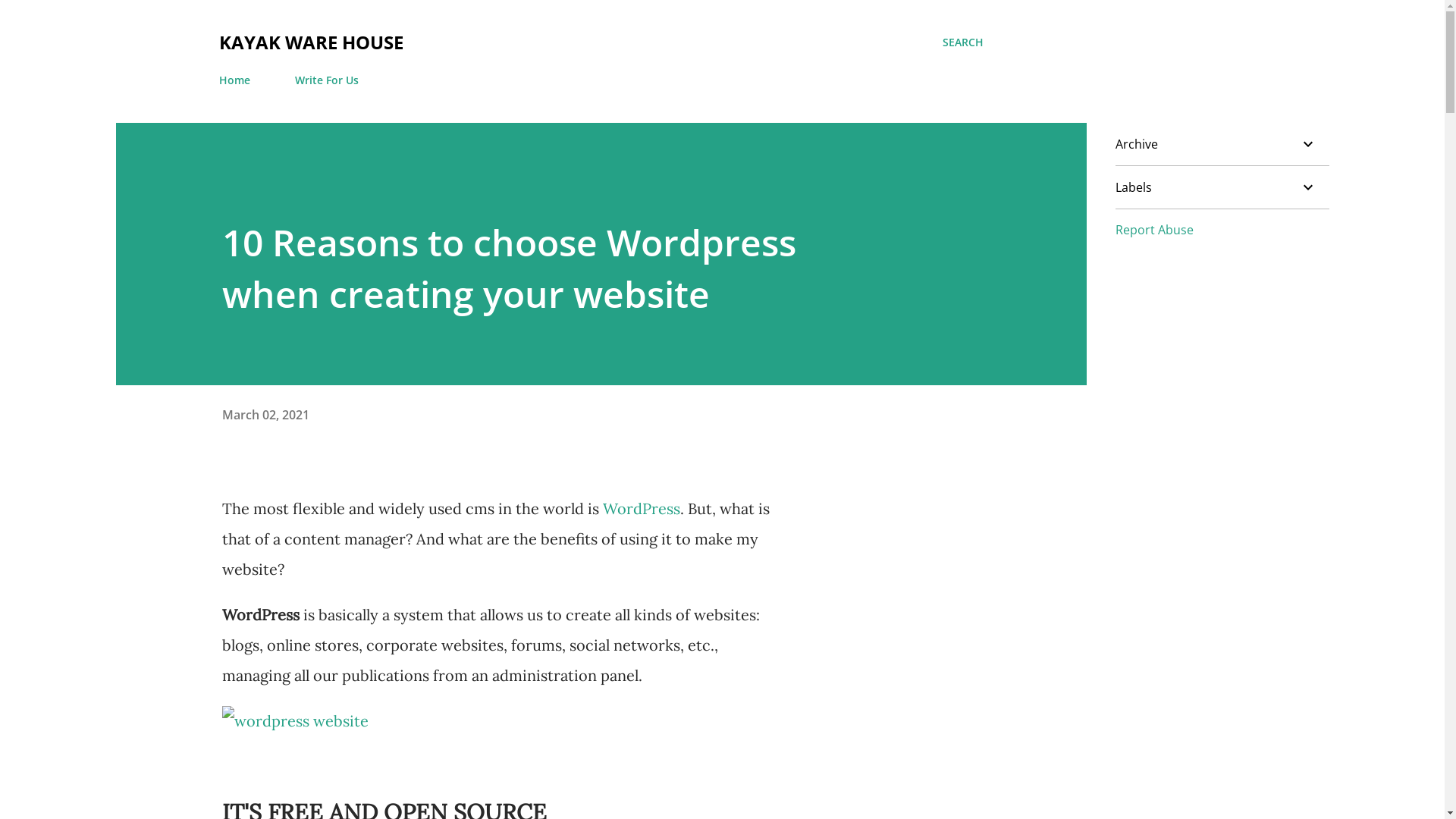 This screenshot has height=819, width=1456. What do you see at coordinates (325, 80) in the screenshot?
I see `'Write For Us'` at bounding box center [325, 80].